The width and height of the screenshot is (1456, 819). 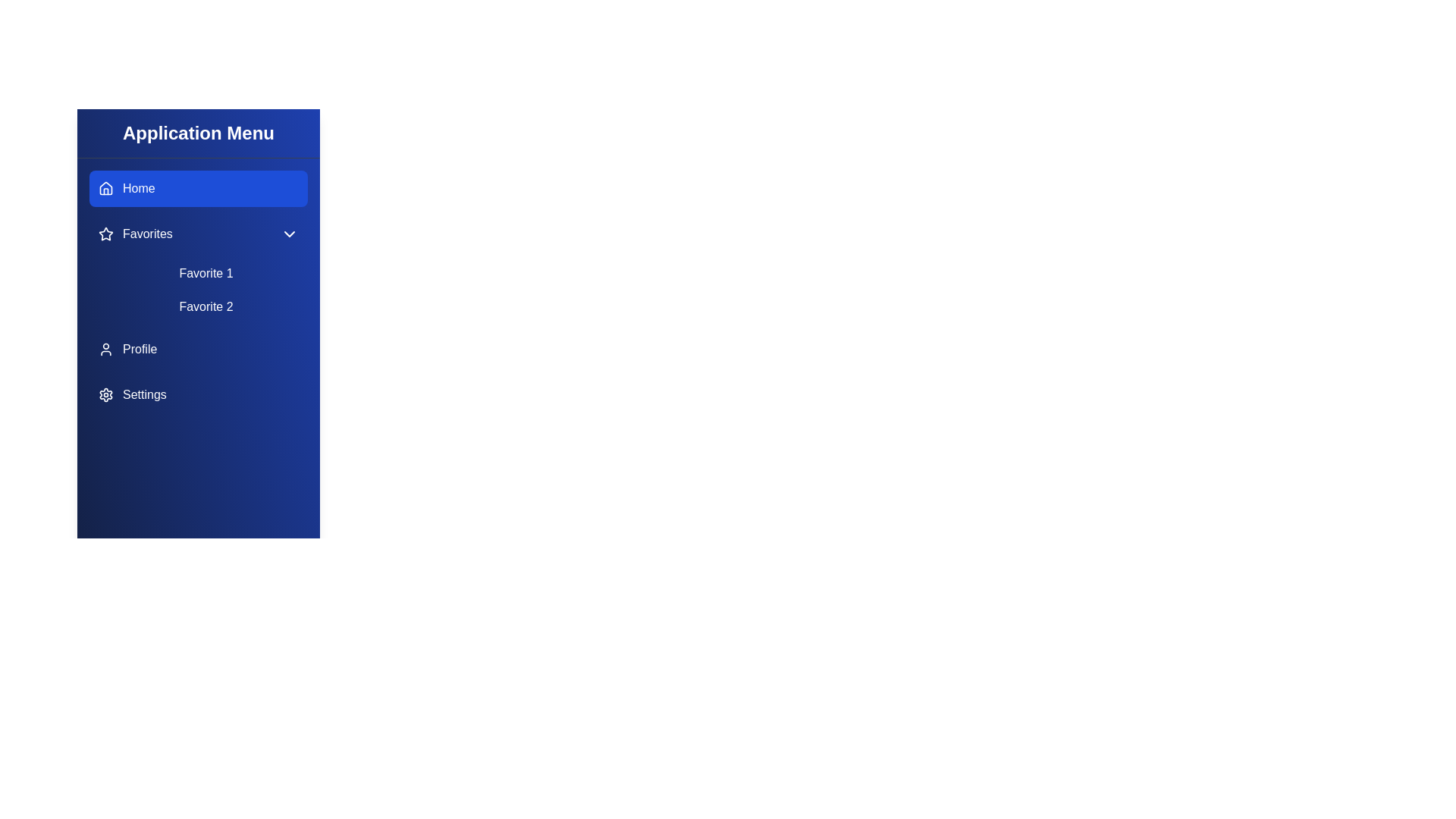 I want to click on the 'Settings' menu item, which is the fourth item, so click(x=132, y=394).